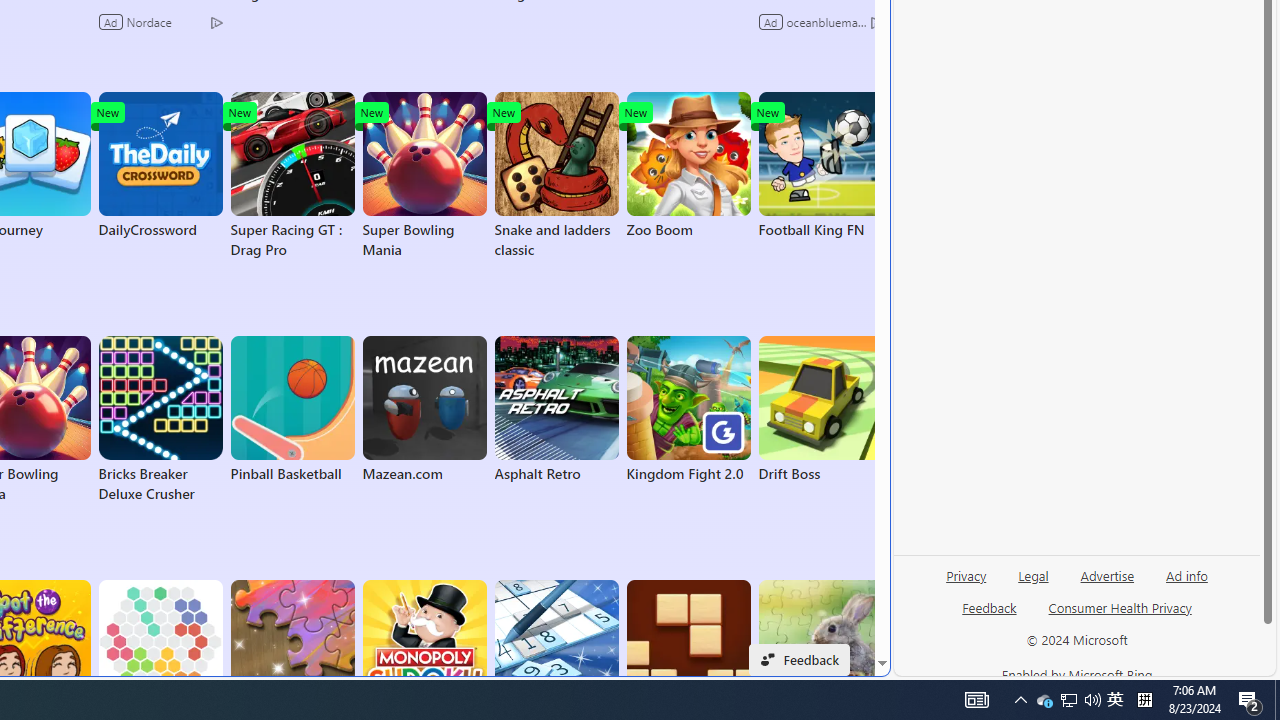  Describe the element at coordinates (291, 409) in the screenshot. I see `'Pinball Basketball'` at that location.